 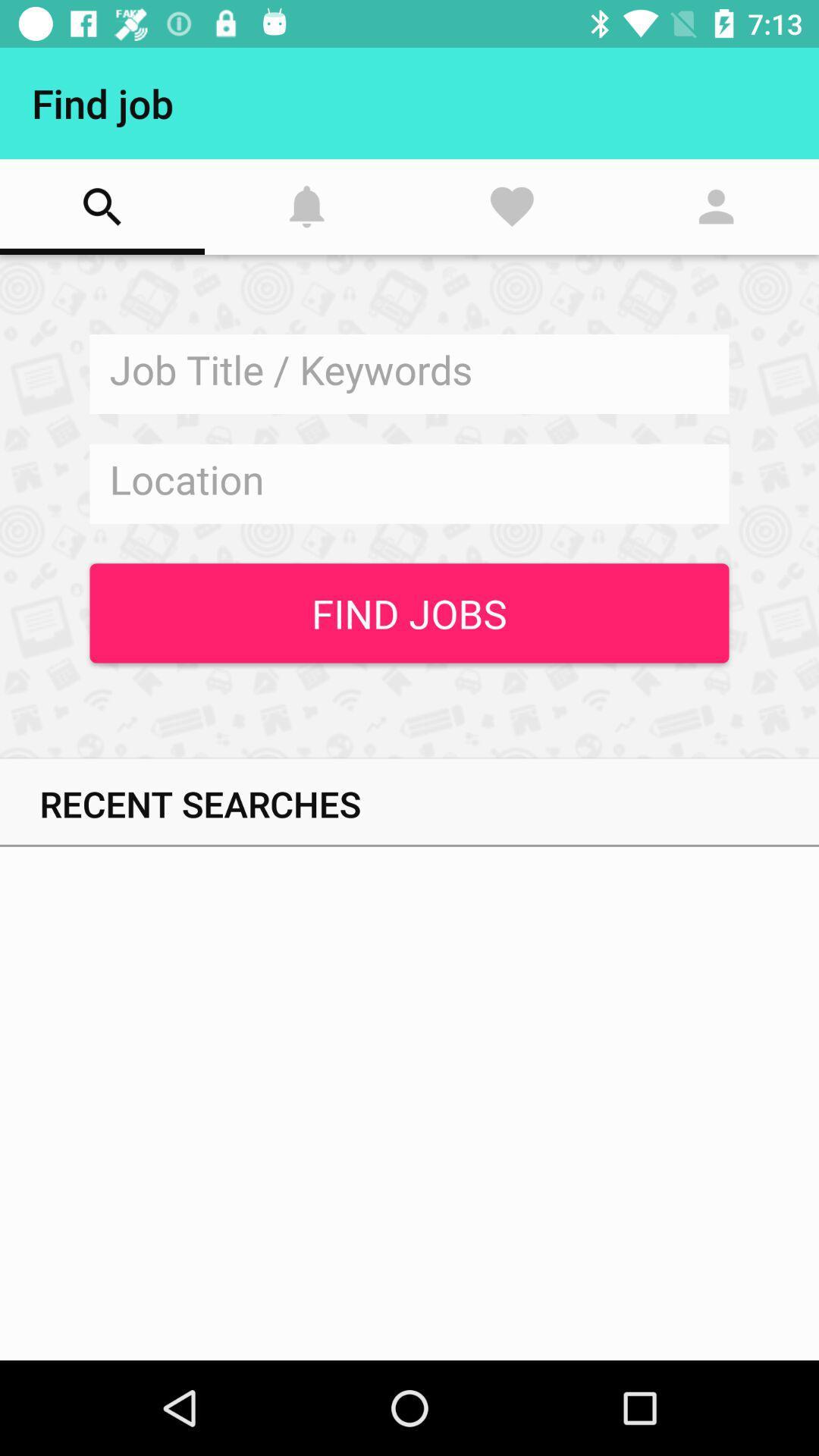 I want to click on job title search field, so click(x=409, y=374).